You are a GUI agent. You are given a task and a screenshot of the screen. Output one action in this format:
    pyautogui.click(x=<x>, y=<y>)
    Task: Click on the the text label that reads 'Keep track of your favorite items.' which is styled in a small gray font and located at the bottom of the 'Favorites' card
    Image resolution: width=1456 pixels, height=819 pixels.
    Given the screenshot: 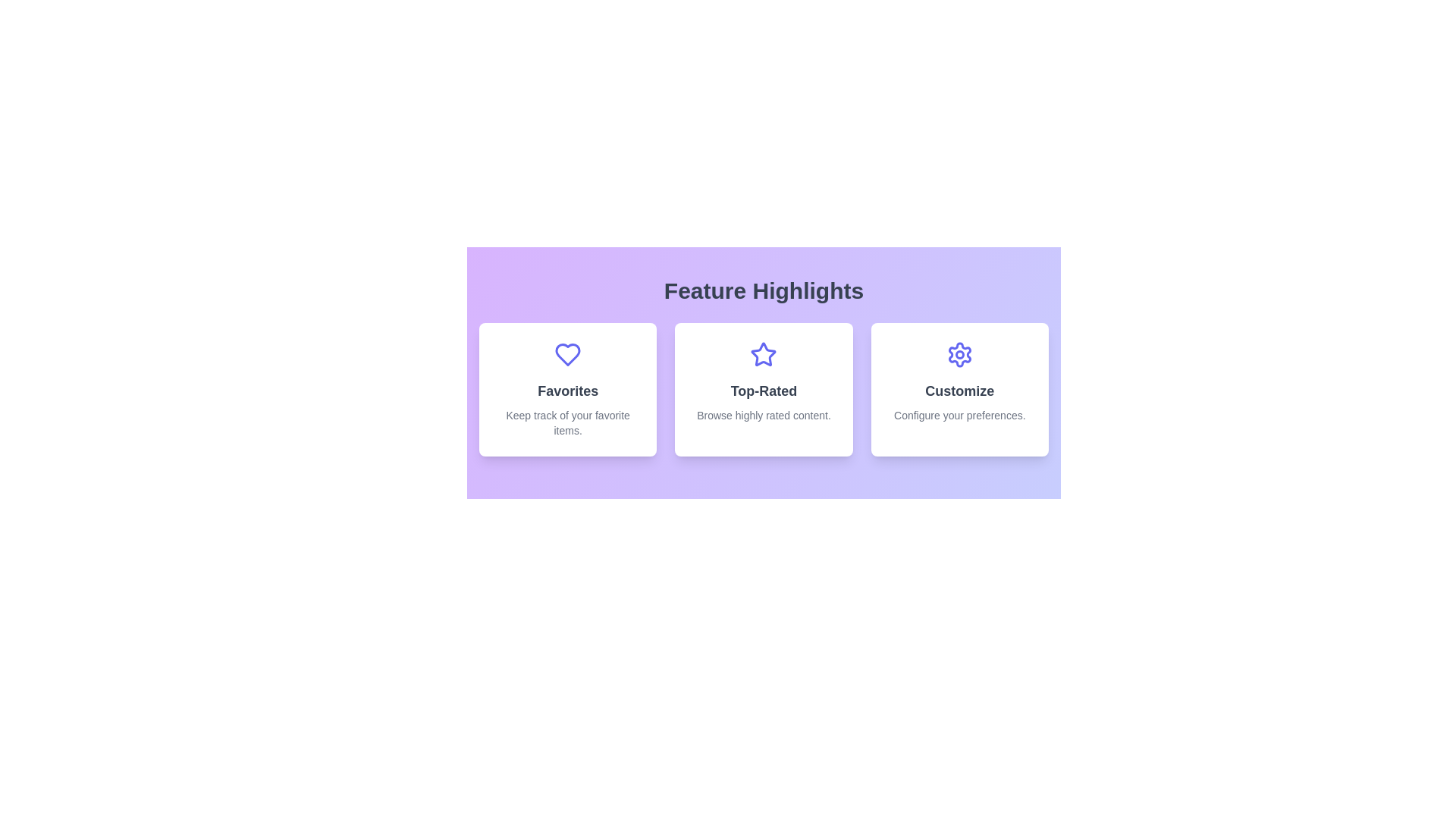 What is the action you would take?
    pyautogui.click(x=567, y=423)
    